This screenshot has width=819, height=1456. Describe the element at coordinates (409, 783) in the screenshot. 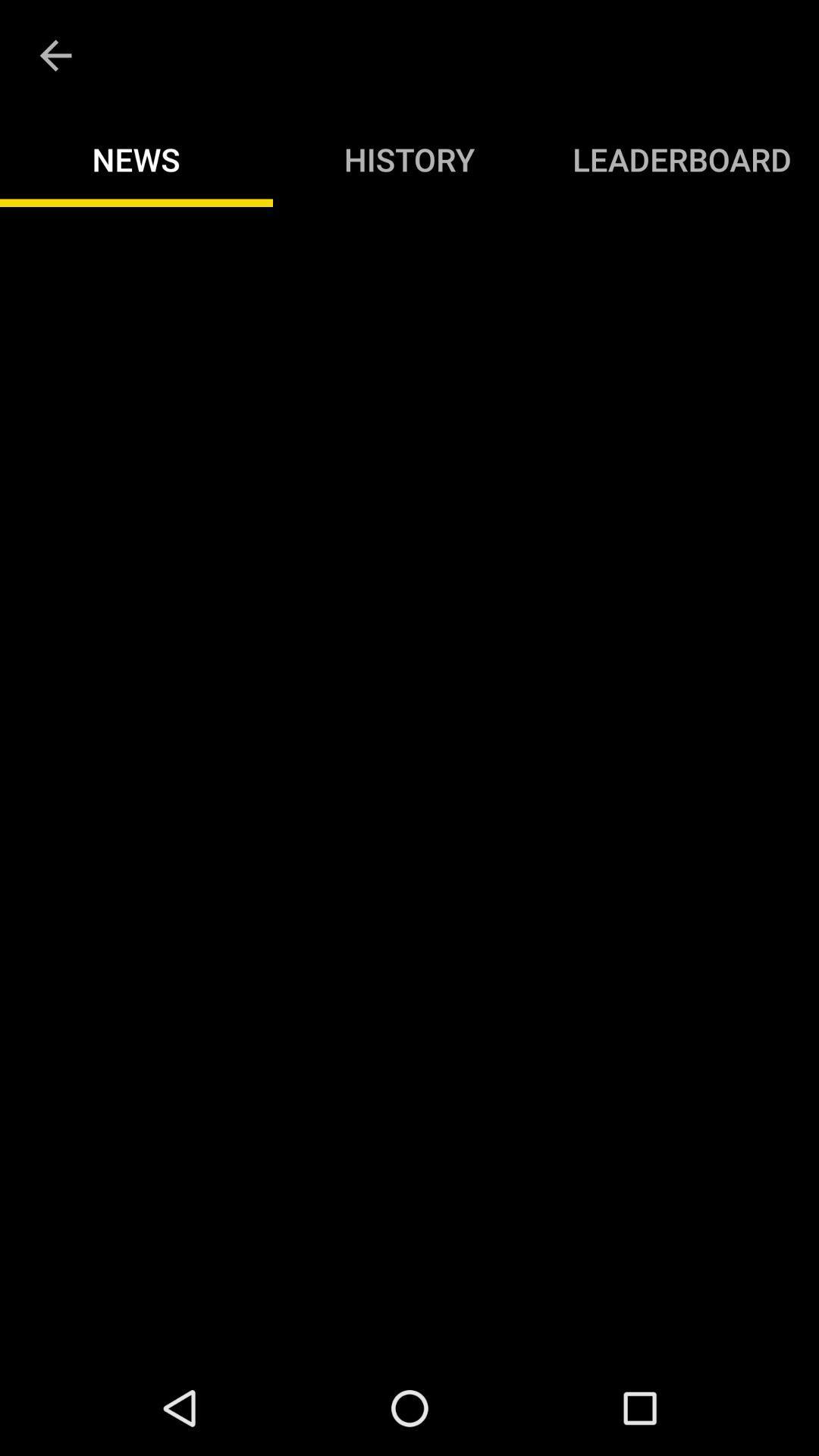

I see `news field` at that location.